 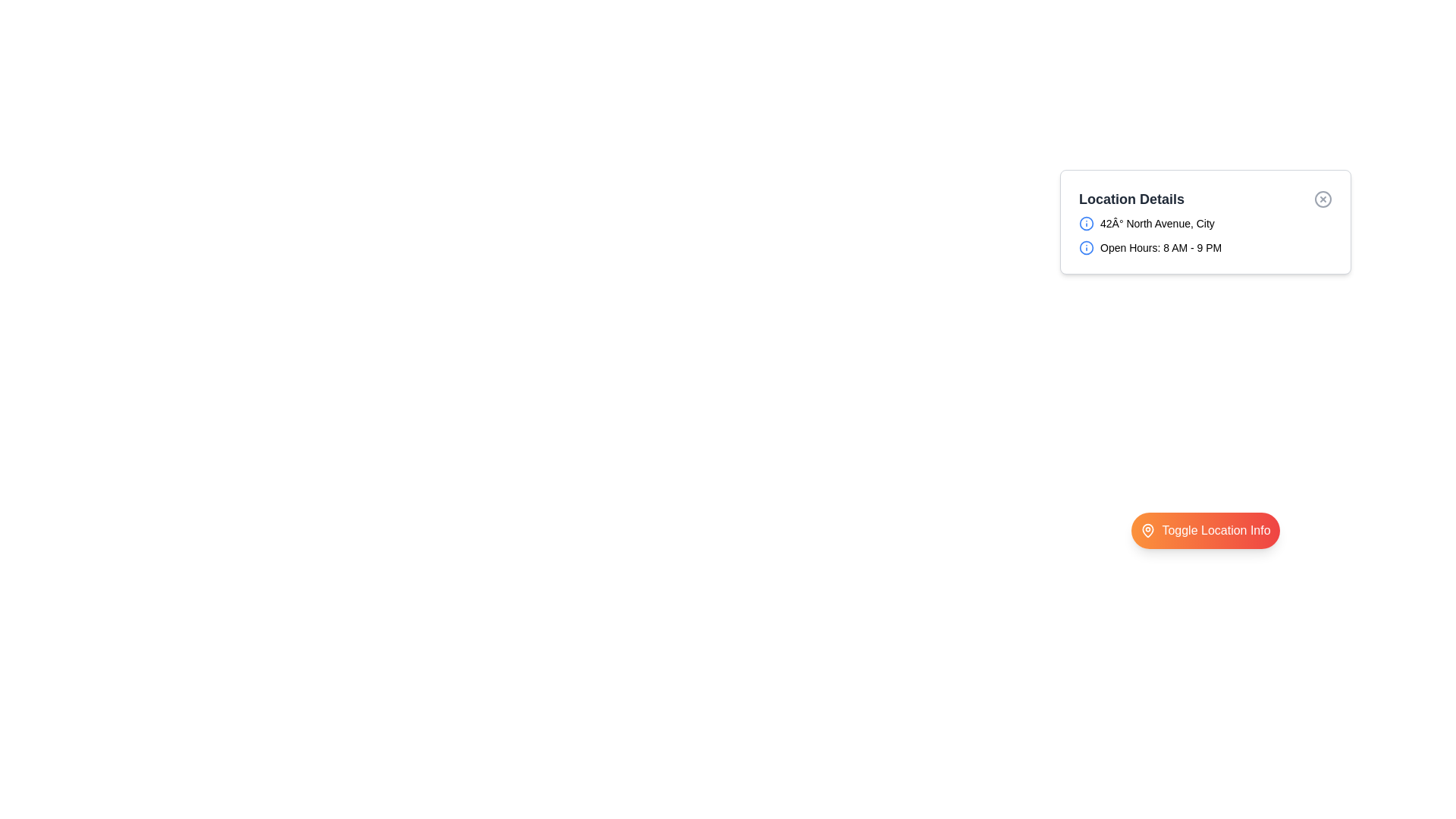 I want to click on the informational text displaying the operating hours located below '42° North Avenue, City' in the 'Location Details' section, so click(x=1204, y=247).